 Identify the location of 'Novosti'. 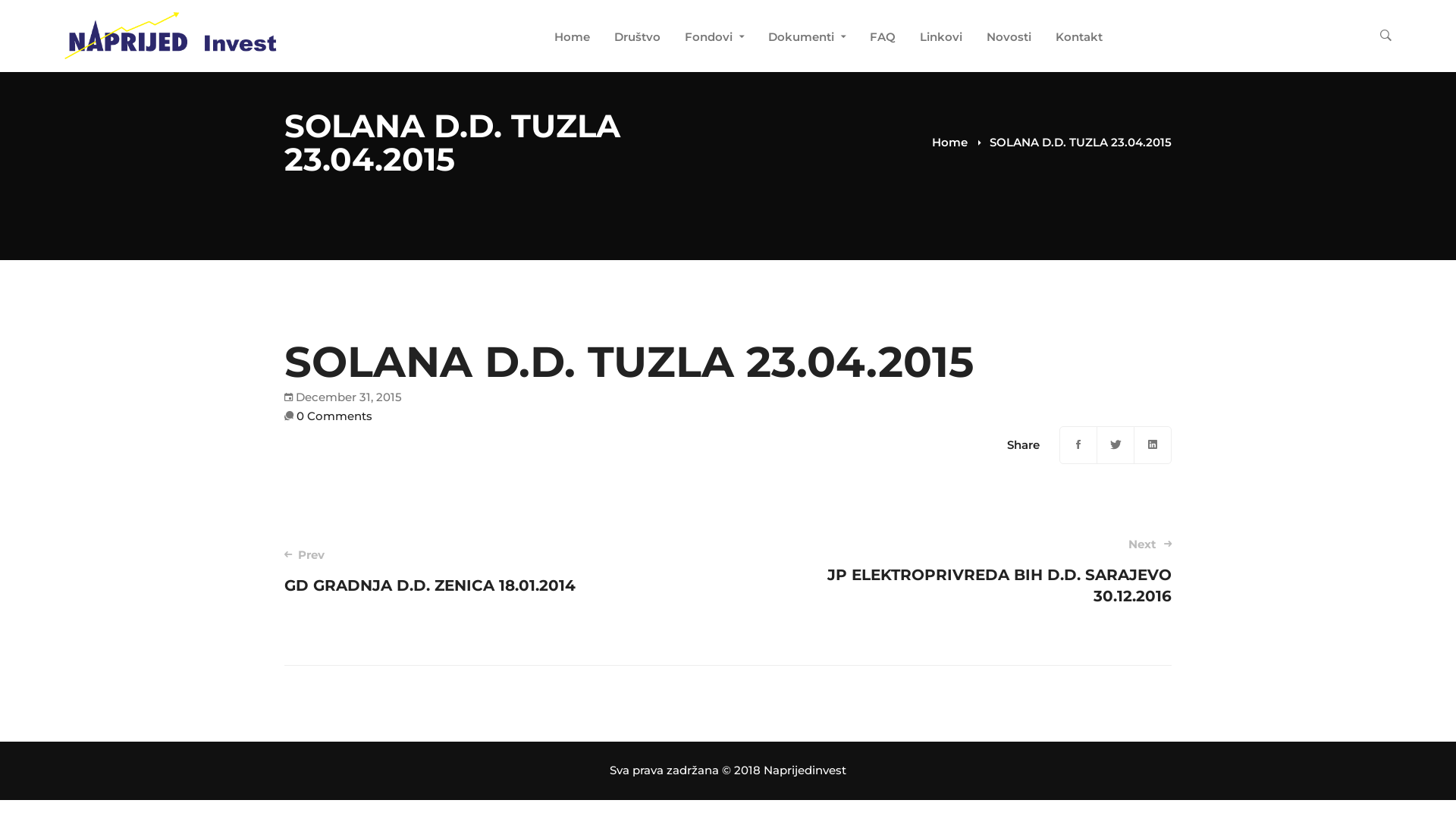
(1009, 38).